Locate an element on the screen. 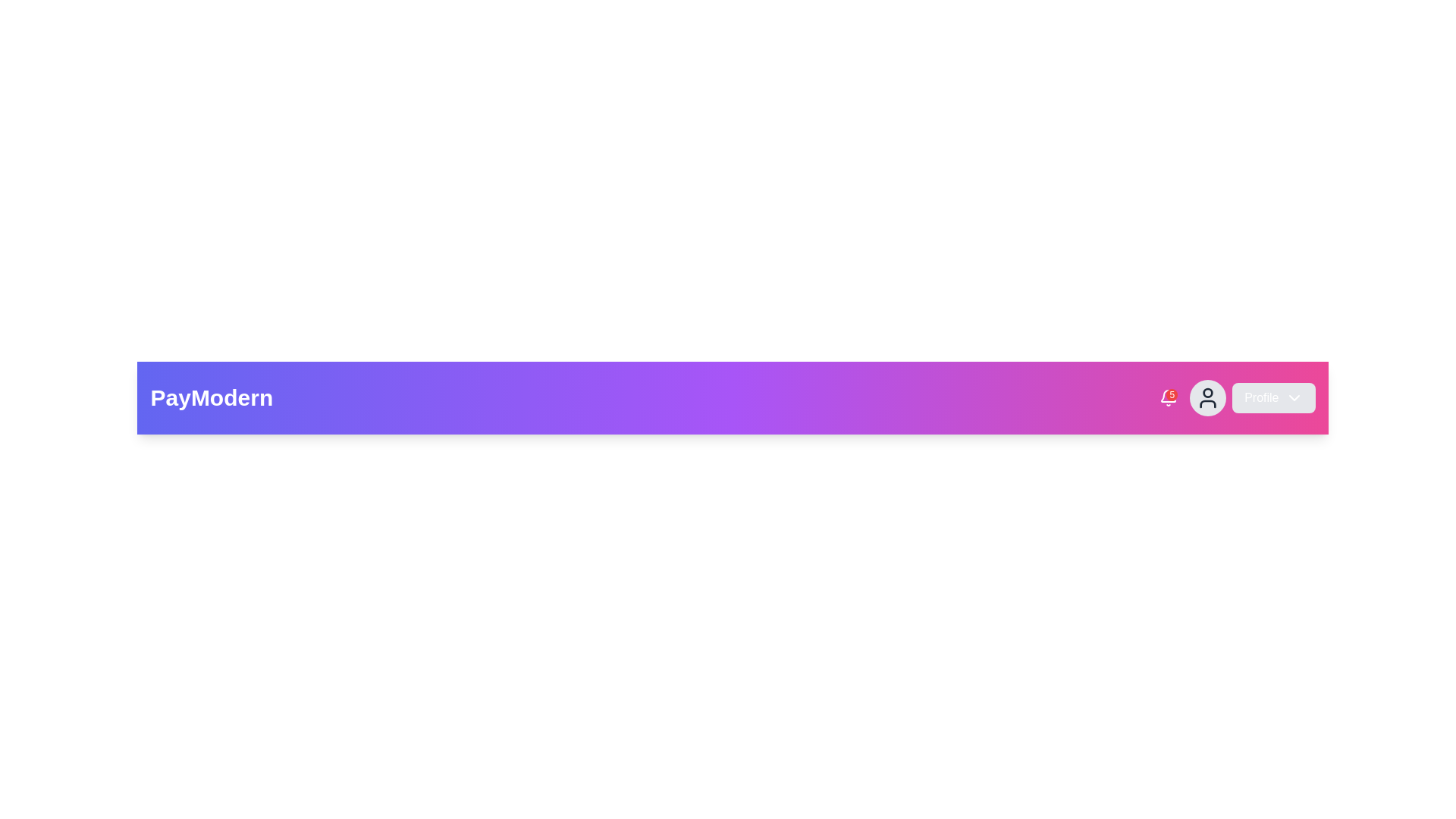 The image size is (1456, 819). the user profile icon located to the left of the 'Profile' button in the top right navigation bar is located at coordinates (1207, 397).